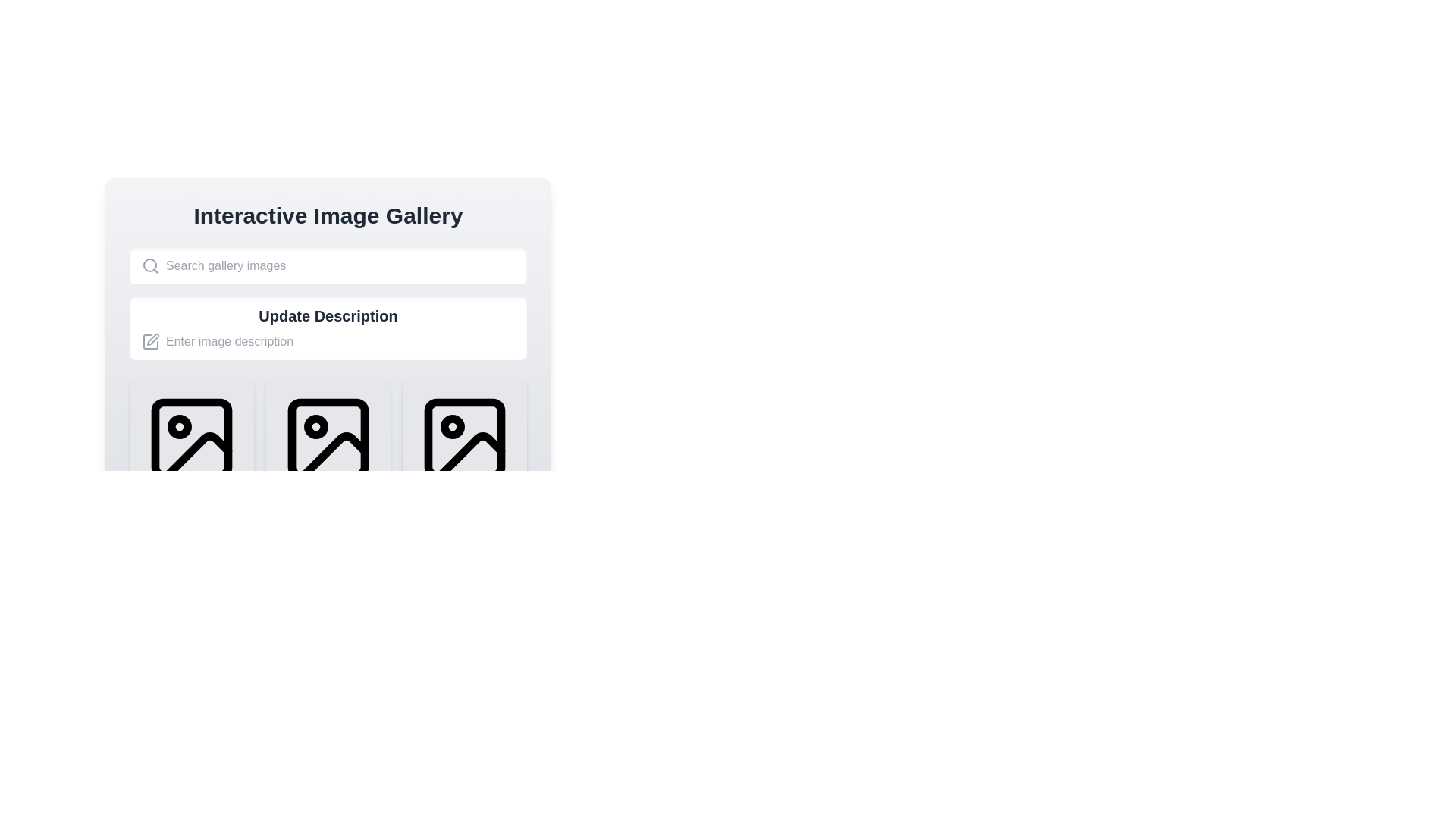  What do you see at coordinates (150, 265) in the screenshot?
I see `the search icon, which is a minimalist gray magnifying glass located to the left of the text input field with the placeholder 'Search gallery images'` at bounding box center [150, 265].